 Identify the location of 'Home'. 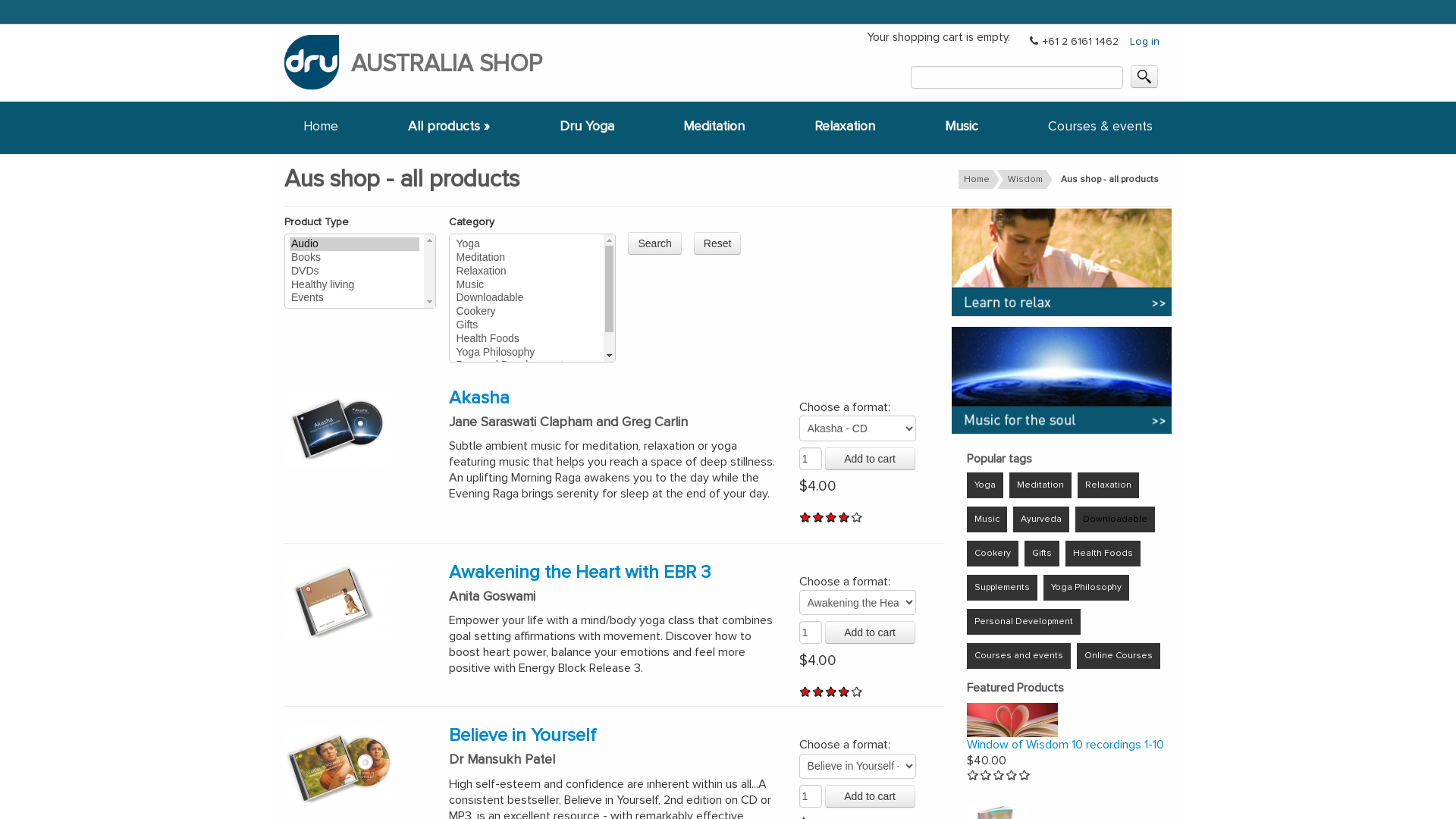
(319, 124).